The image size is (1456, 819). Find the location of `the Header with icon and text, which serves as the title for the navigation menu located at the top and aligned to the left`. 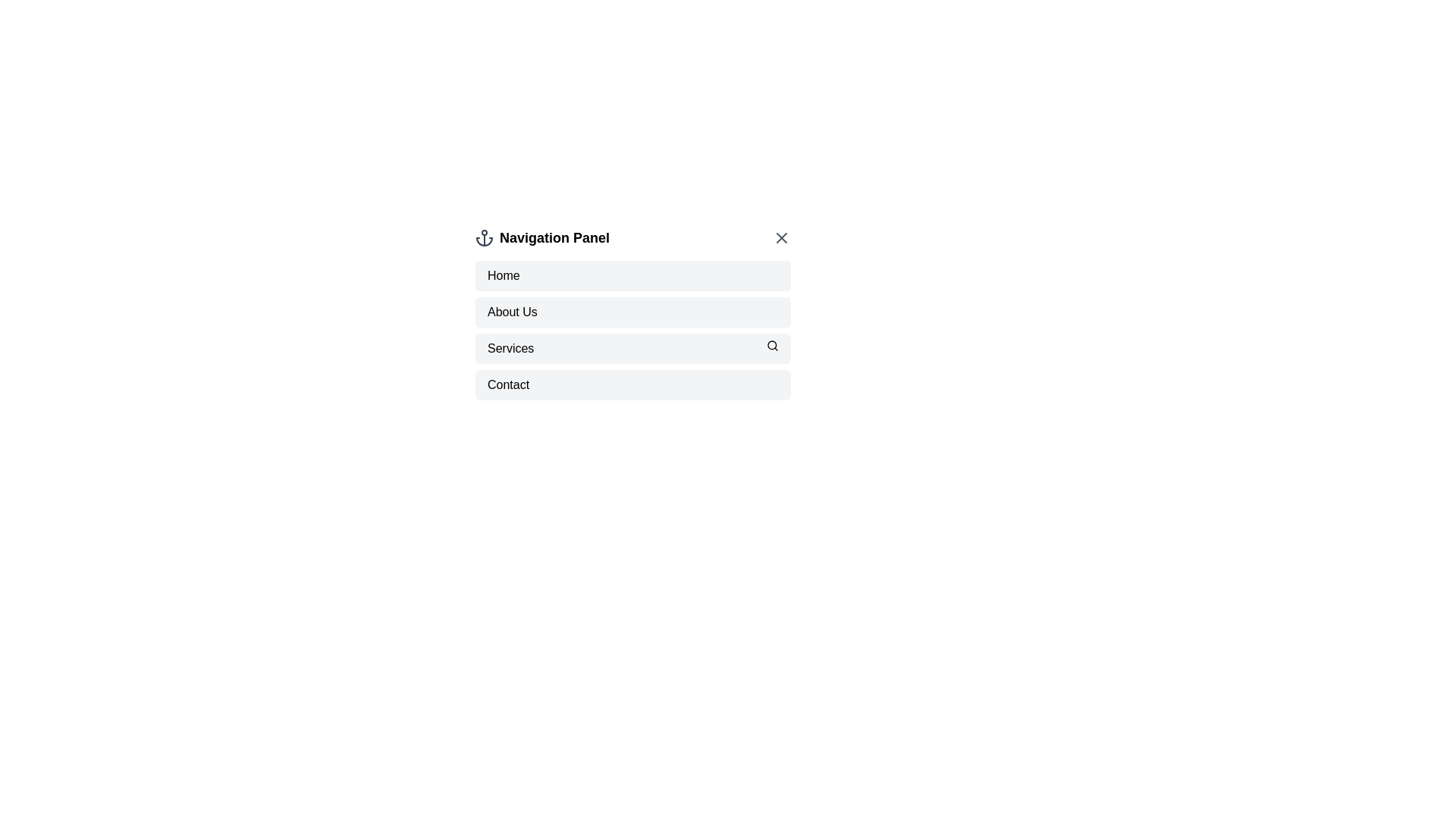

the Header with icon and text, which serves as the title for the navigation menu located at the top and aligned to the left is located at coordinates (542, 237).